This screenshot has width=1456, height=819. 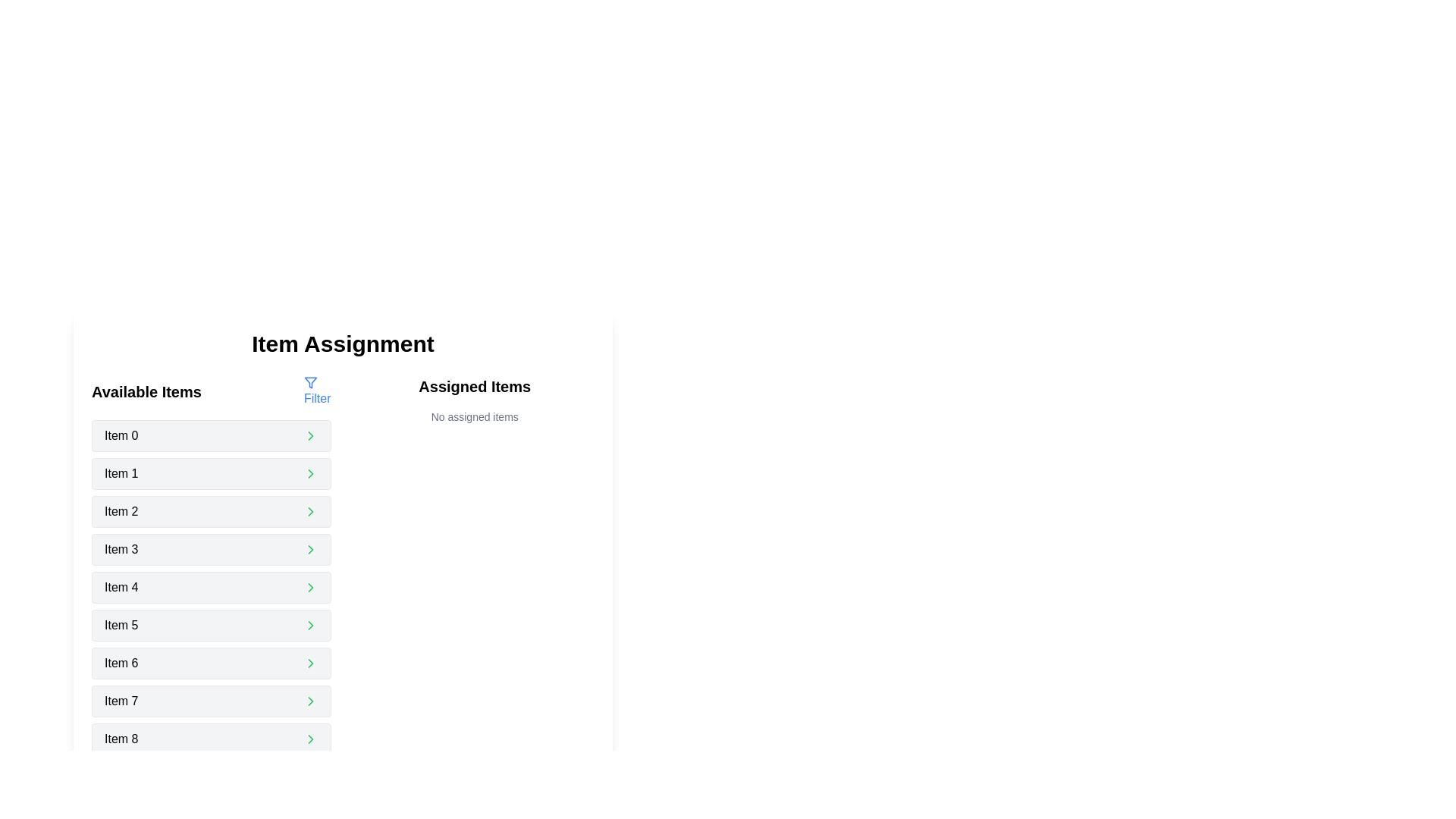 What do you see at coordinates (309, 663) in the screenshot?
I see `the green chevron icon pointing to the right associated with 'Item 6' in the 'Available Items' list` at bounding box center [309, 663].